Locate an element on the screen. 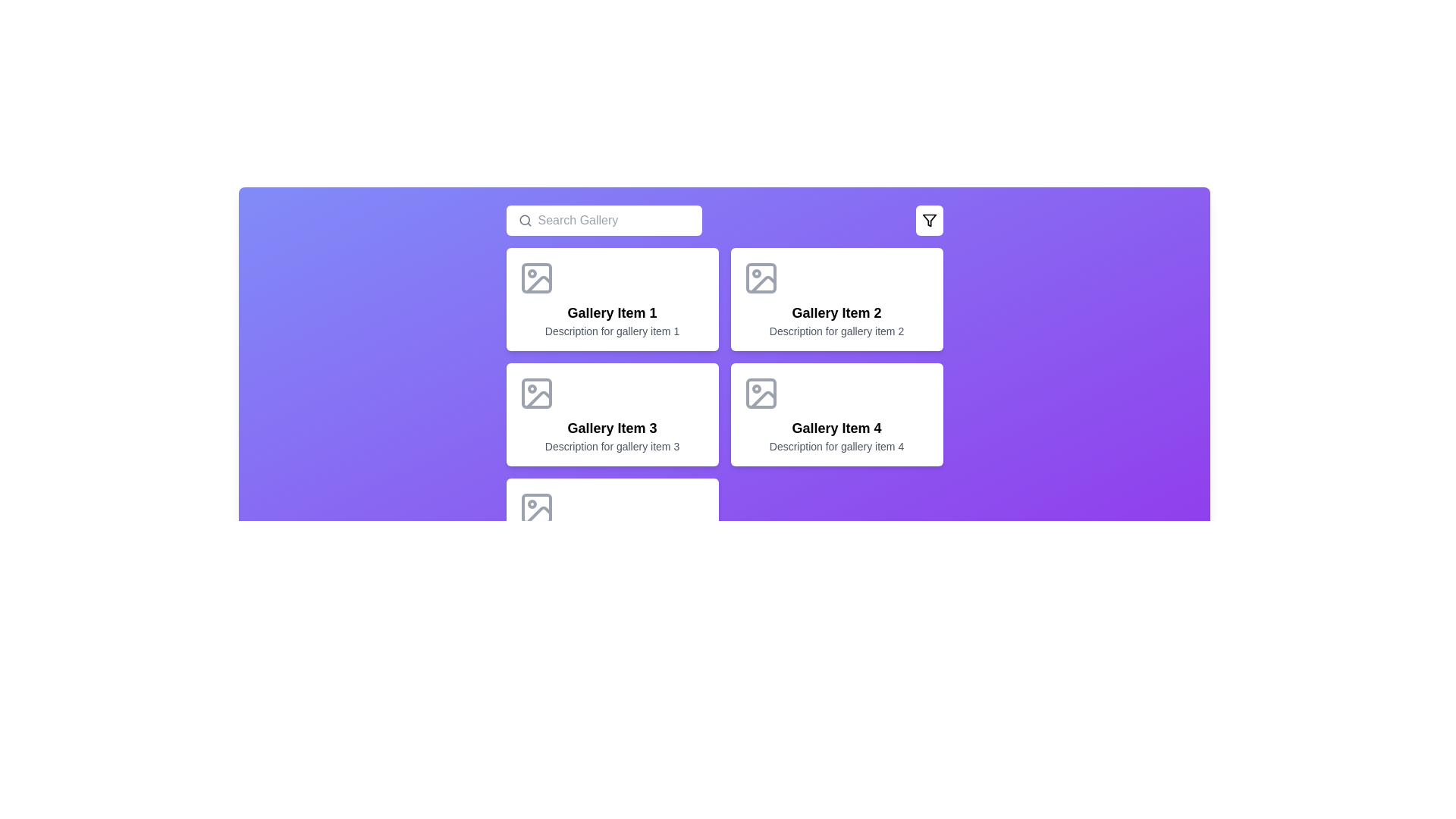  the white, square-shaped button with a black filter funnel icon is located at coordinates (928, 220).